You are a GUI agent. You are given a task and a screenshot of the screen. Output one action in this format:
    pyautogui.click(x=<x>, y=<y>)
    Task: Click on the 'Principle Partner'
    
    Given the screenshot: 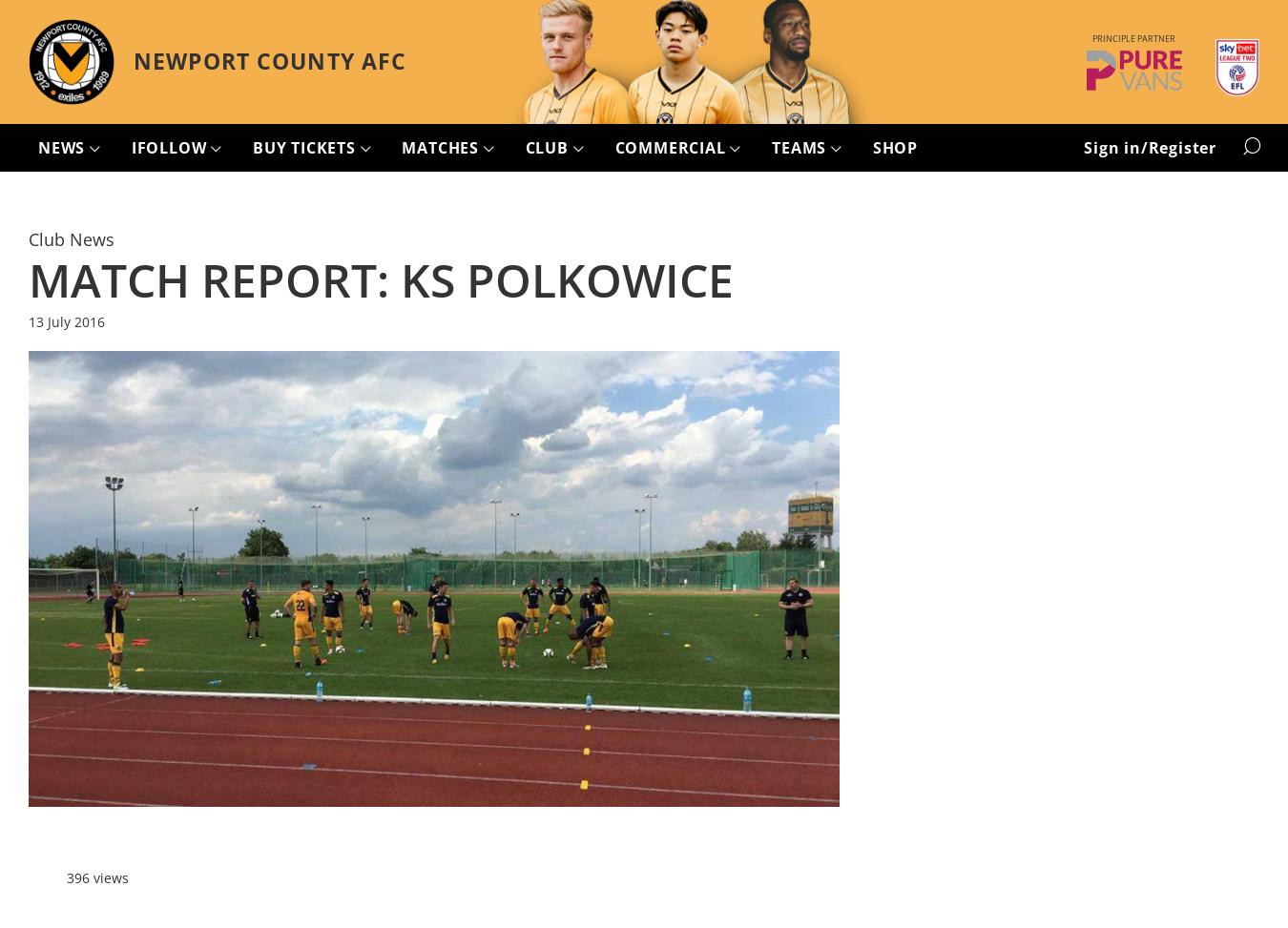 What is the action you would take?
    pyautogui.click(x=1132, y=37)
    